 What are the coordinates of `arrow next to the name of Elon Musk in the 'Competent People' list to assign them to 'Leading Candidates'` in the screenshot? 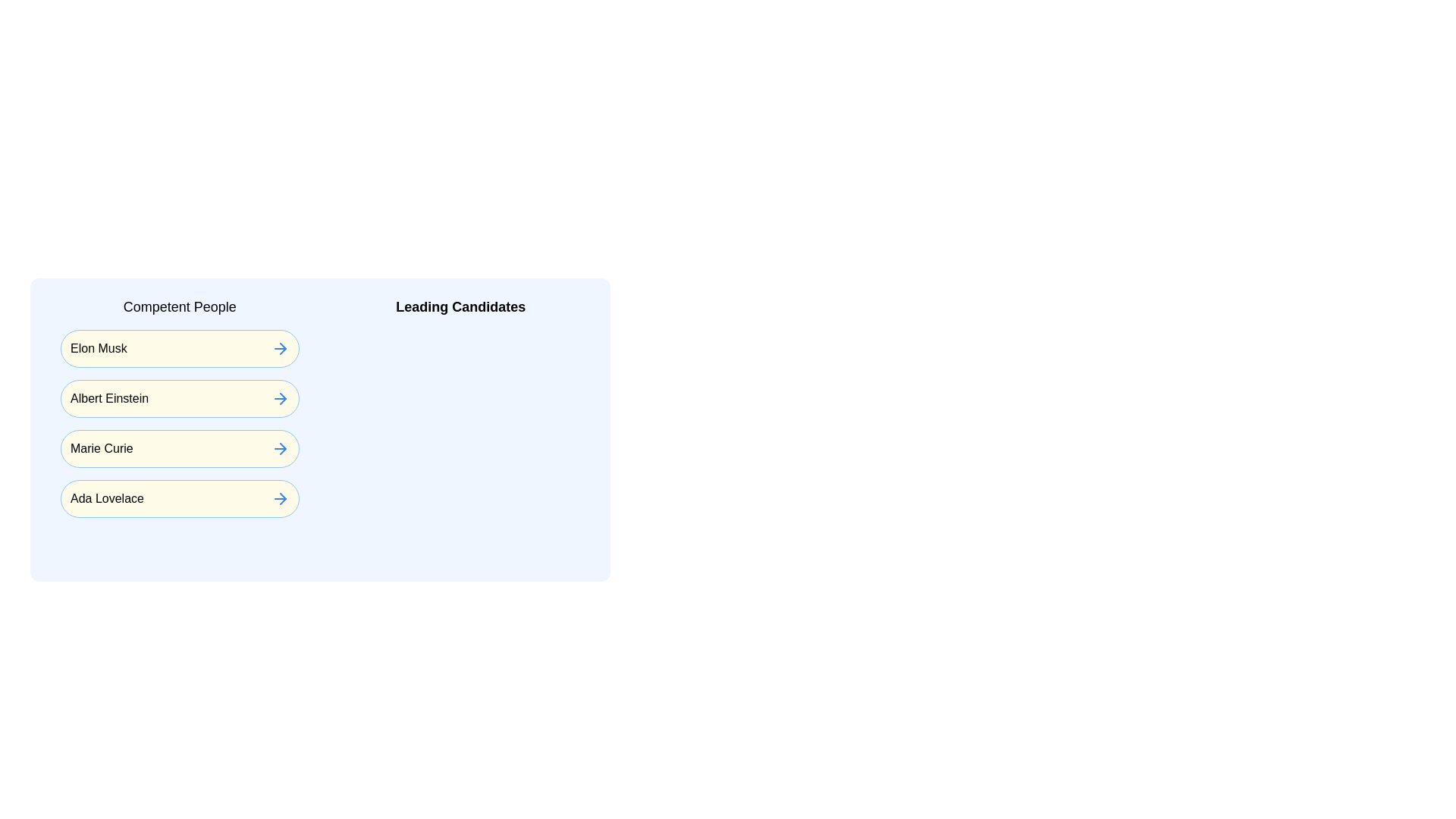 It's located at (280, 348).